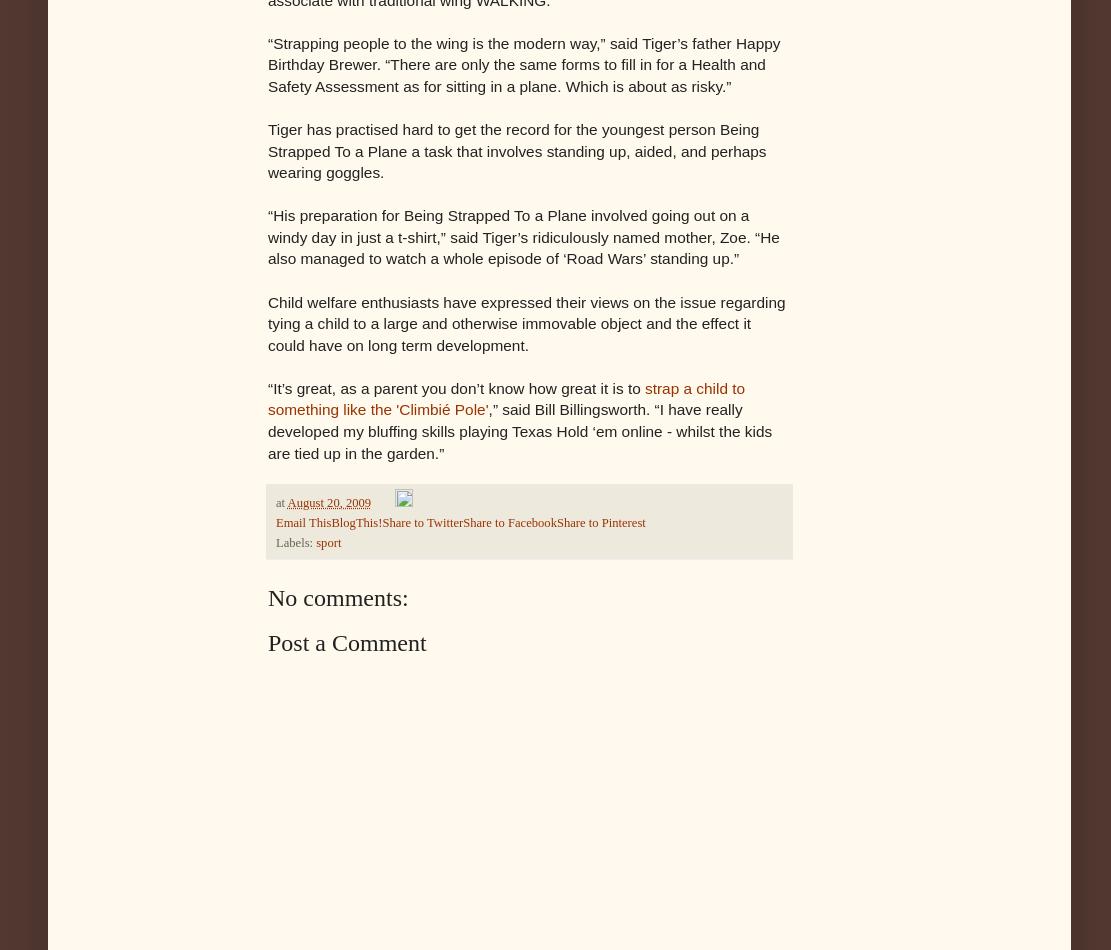 This screenshot has height=950, width=1111. Describe the element at coordinates (509, 522) in the screenshot. I see `'Share to Facebook'` at that location.